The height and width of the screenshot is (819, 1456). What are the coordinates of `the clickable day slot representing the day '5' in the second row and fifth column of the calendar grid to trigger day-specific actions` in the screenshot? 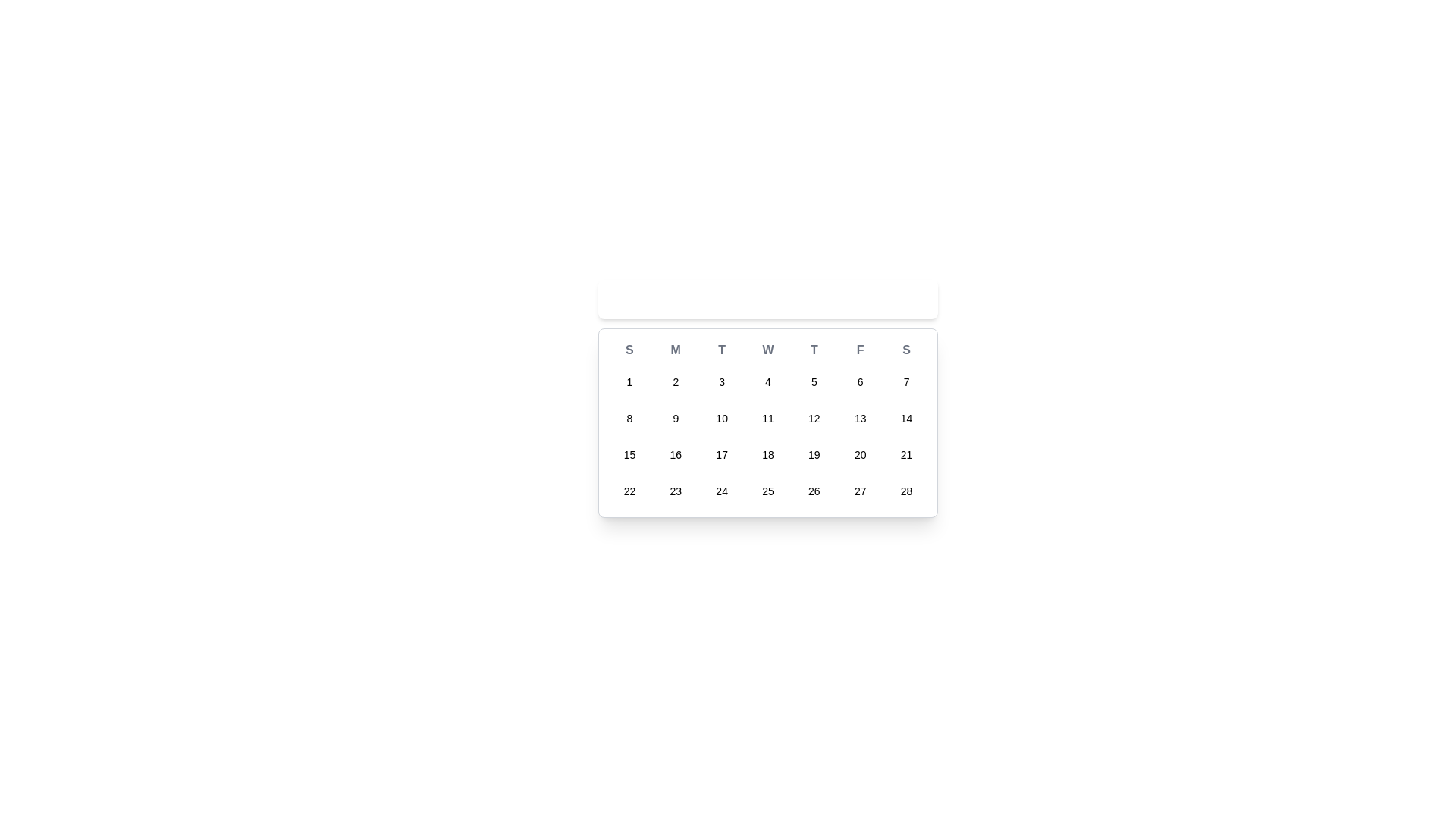 It's located at (813, 381).